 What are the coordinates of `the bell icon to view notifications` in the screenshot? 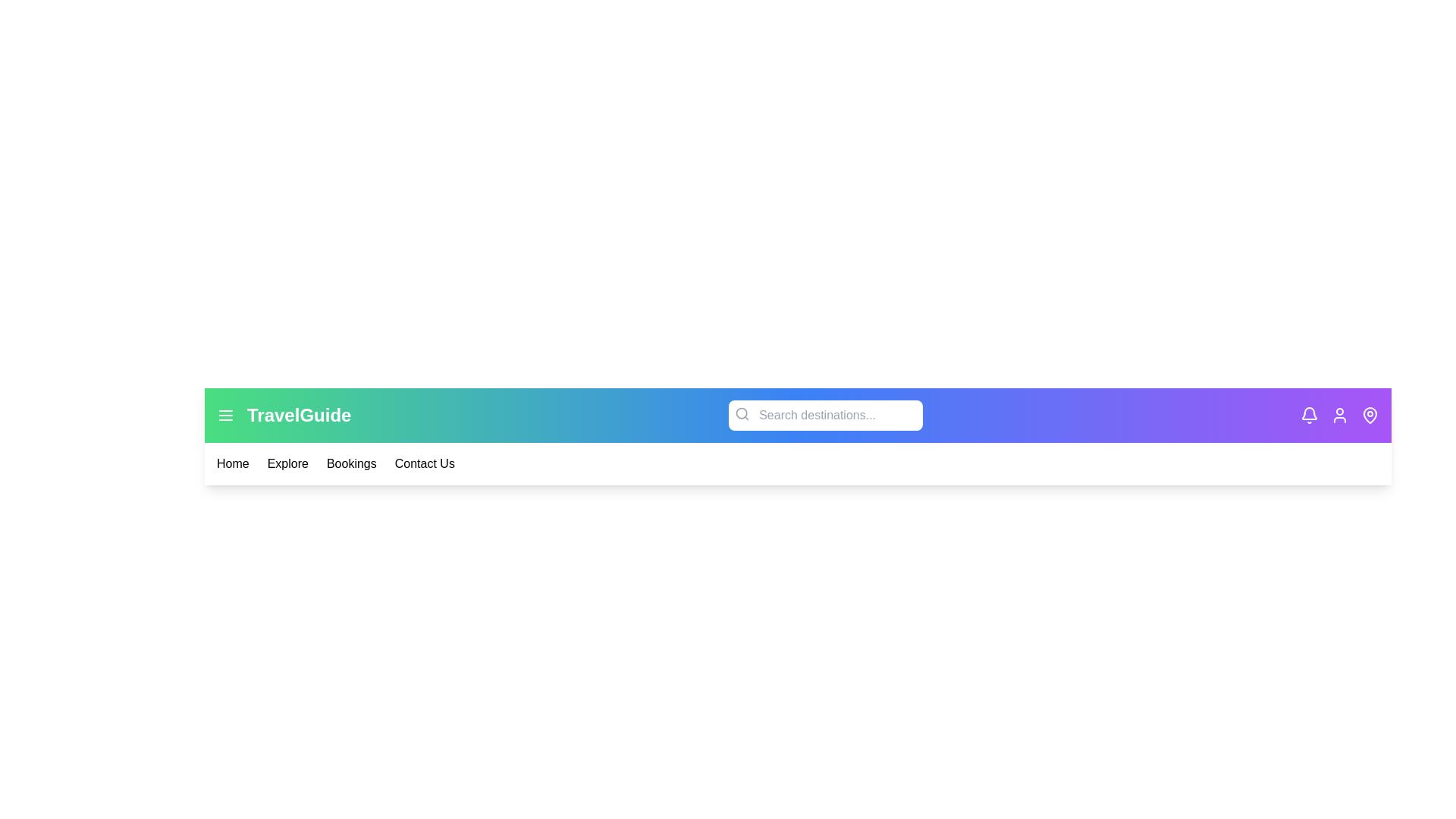 It's located at (1309, 415).